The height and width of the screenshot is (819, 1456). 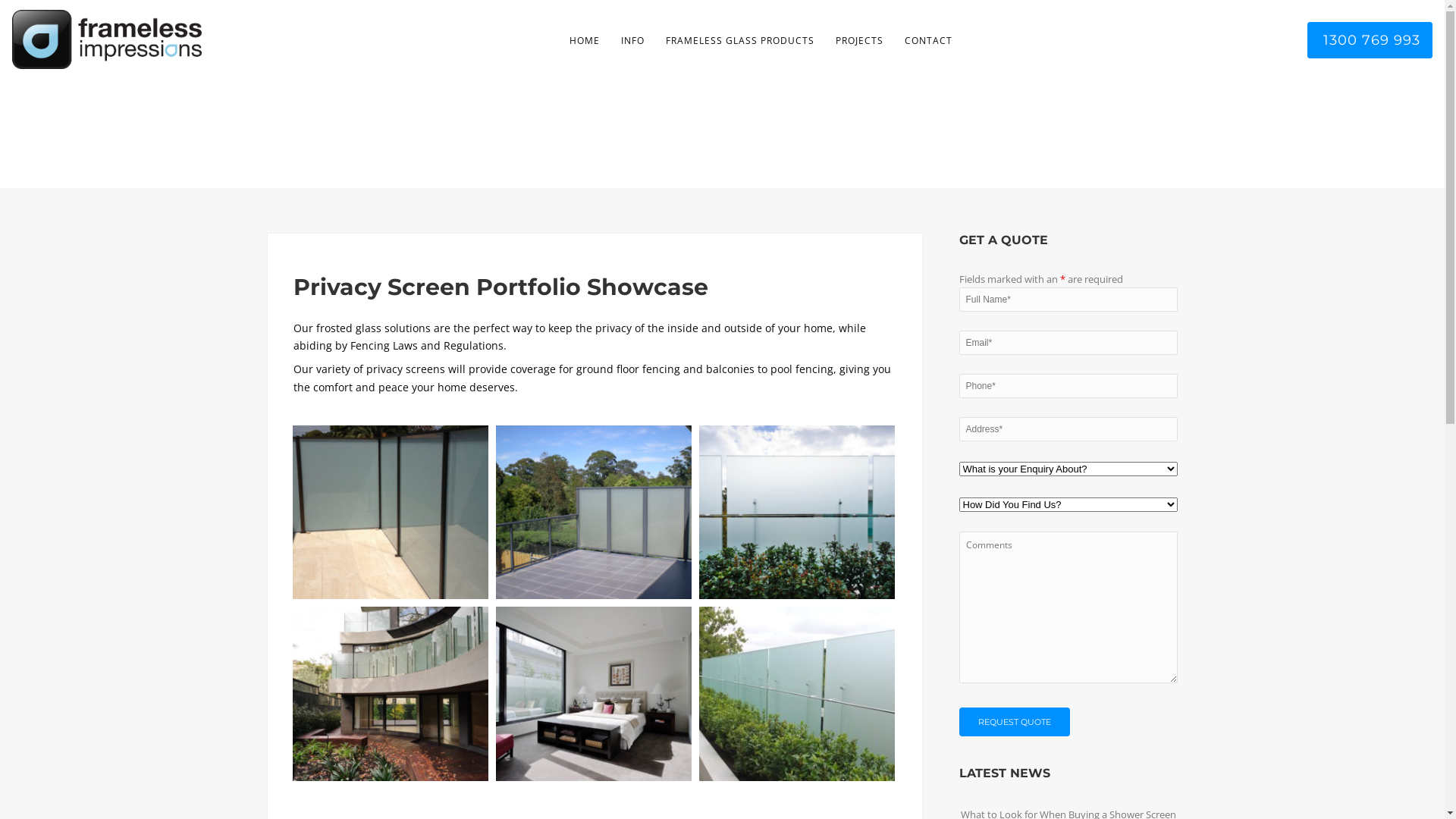 I want to click on 'CONTACT', so click(x=927, y=40).